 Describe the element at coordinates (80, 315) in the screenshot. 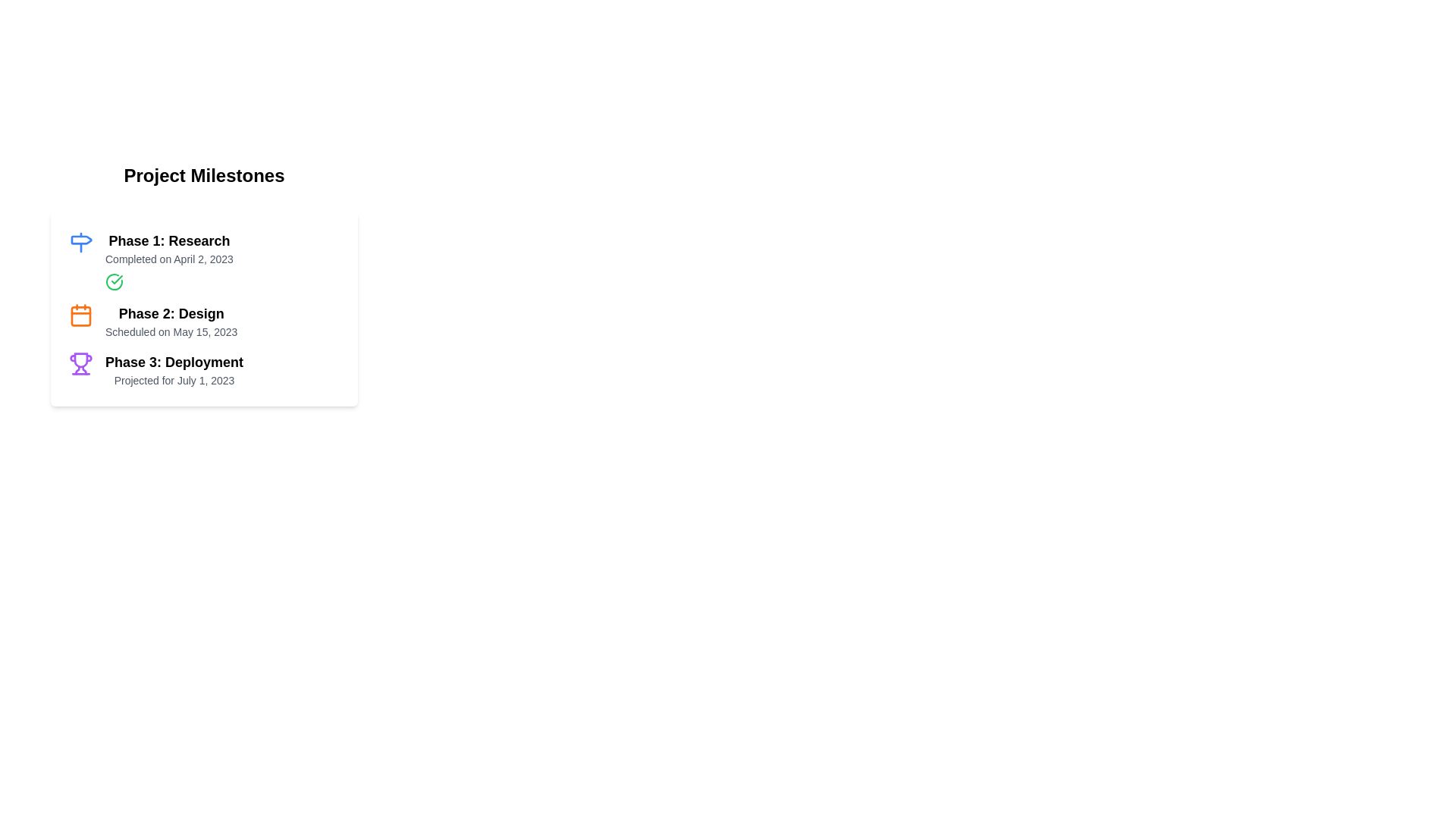

I see `the scheduling icon located to the left of the text 'Phase 2: Design Scheduled on May 15, 2023'` at that location.